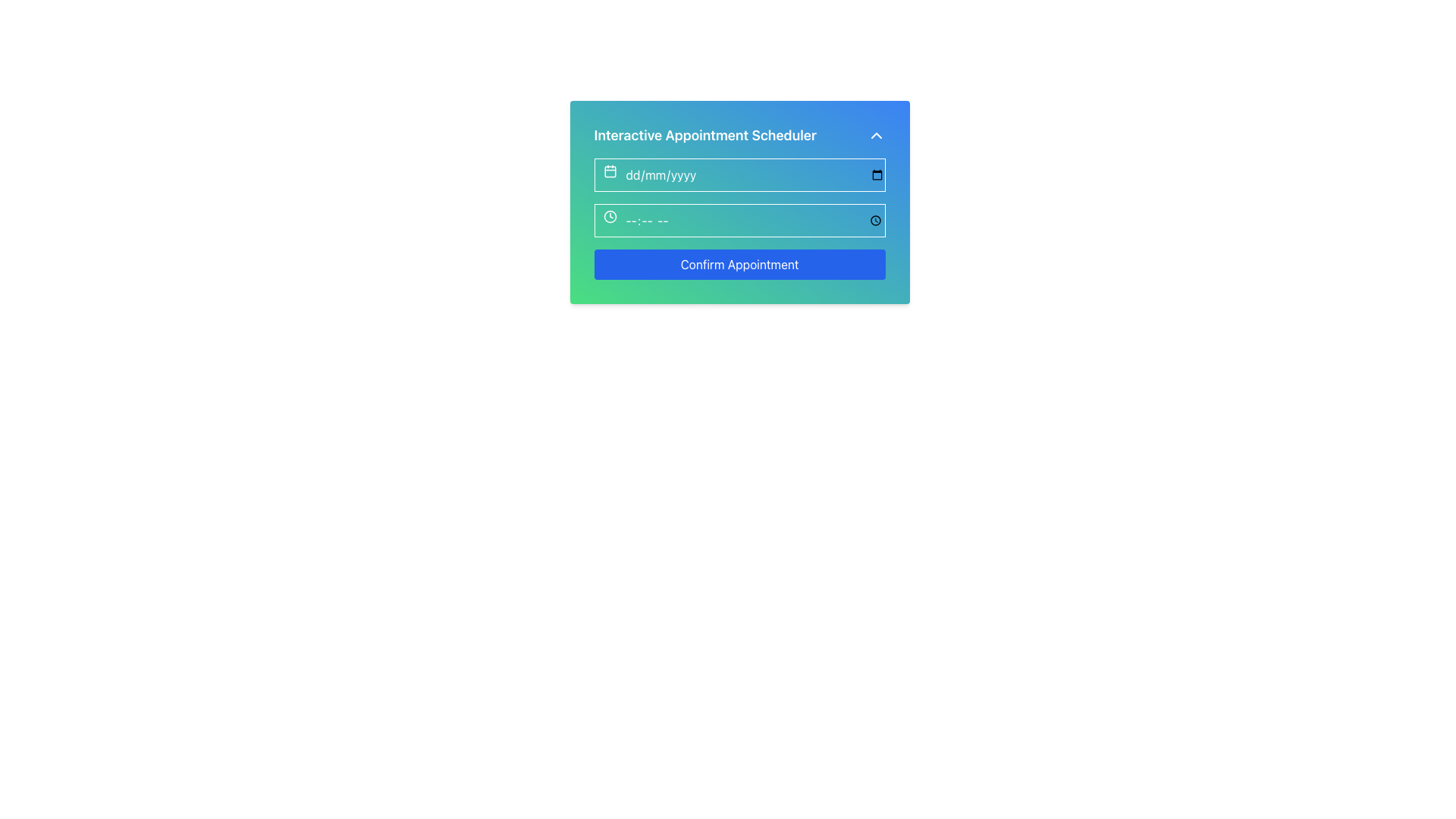 The image size is (1456, 819). Describe the element at coordinates (739, 263) in the screenshot. I see `the rectangular button with a blue background and white text labeled 'Confirm Appointment' to confirm the appointment` at that location.